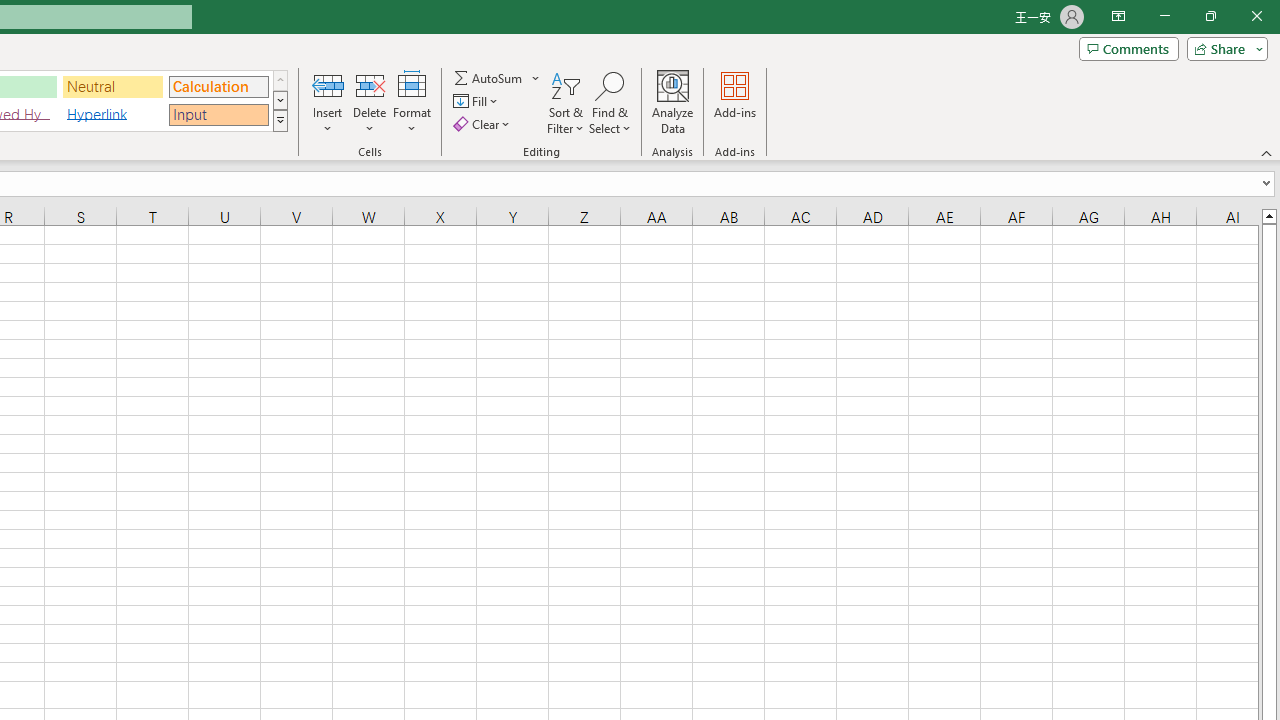  Describe the element at coordinates (328, 84) in the screenshot. I see `'Insert Cells'` at that location.